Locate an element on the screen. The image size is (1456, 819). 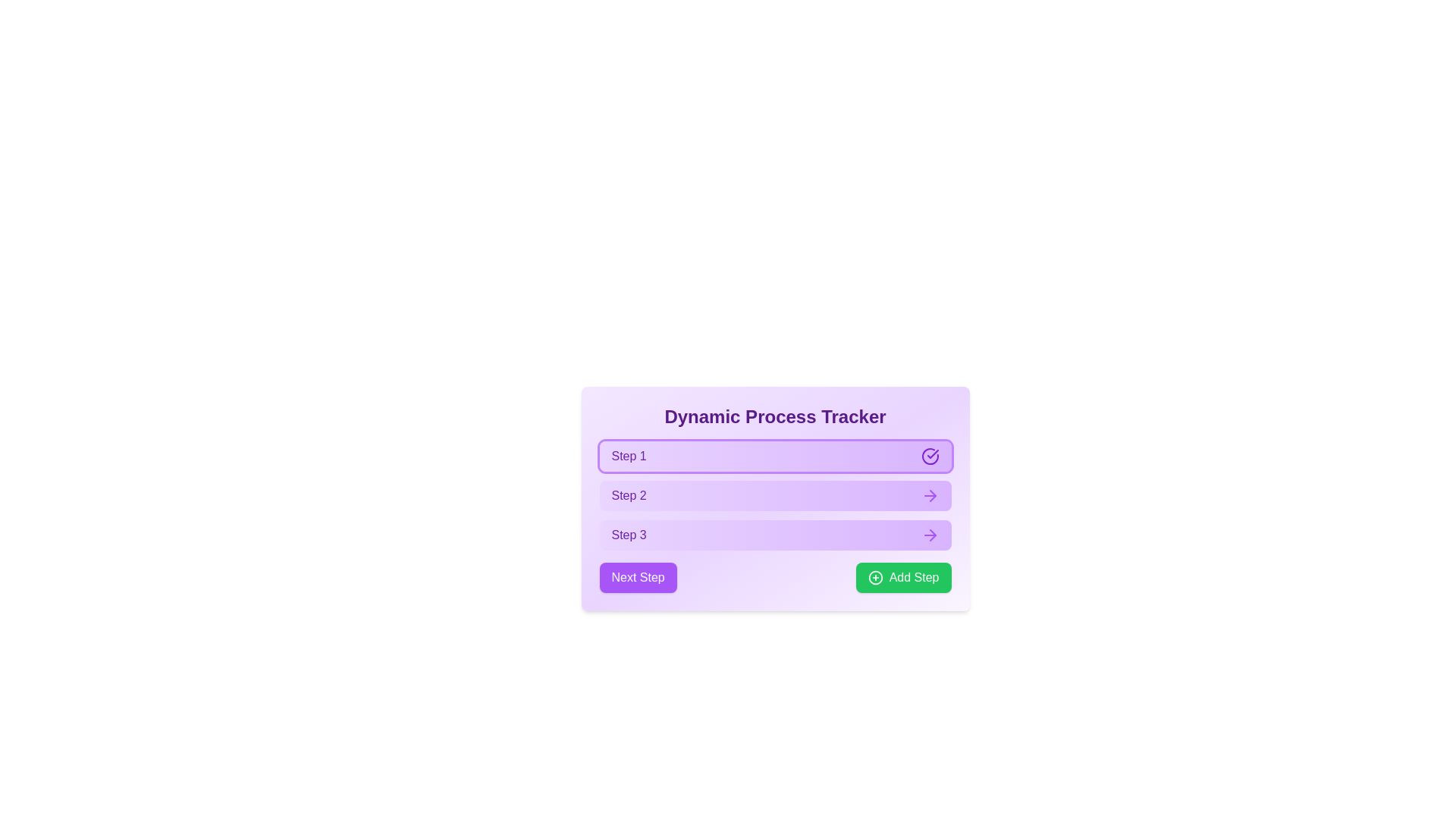
the graphic icon located inside the 'Add Step' button, which signifies the action is located at coordinates (875, 578).